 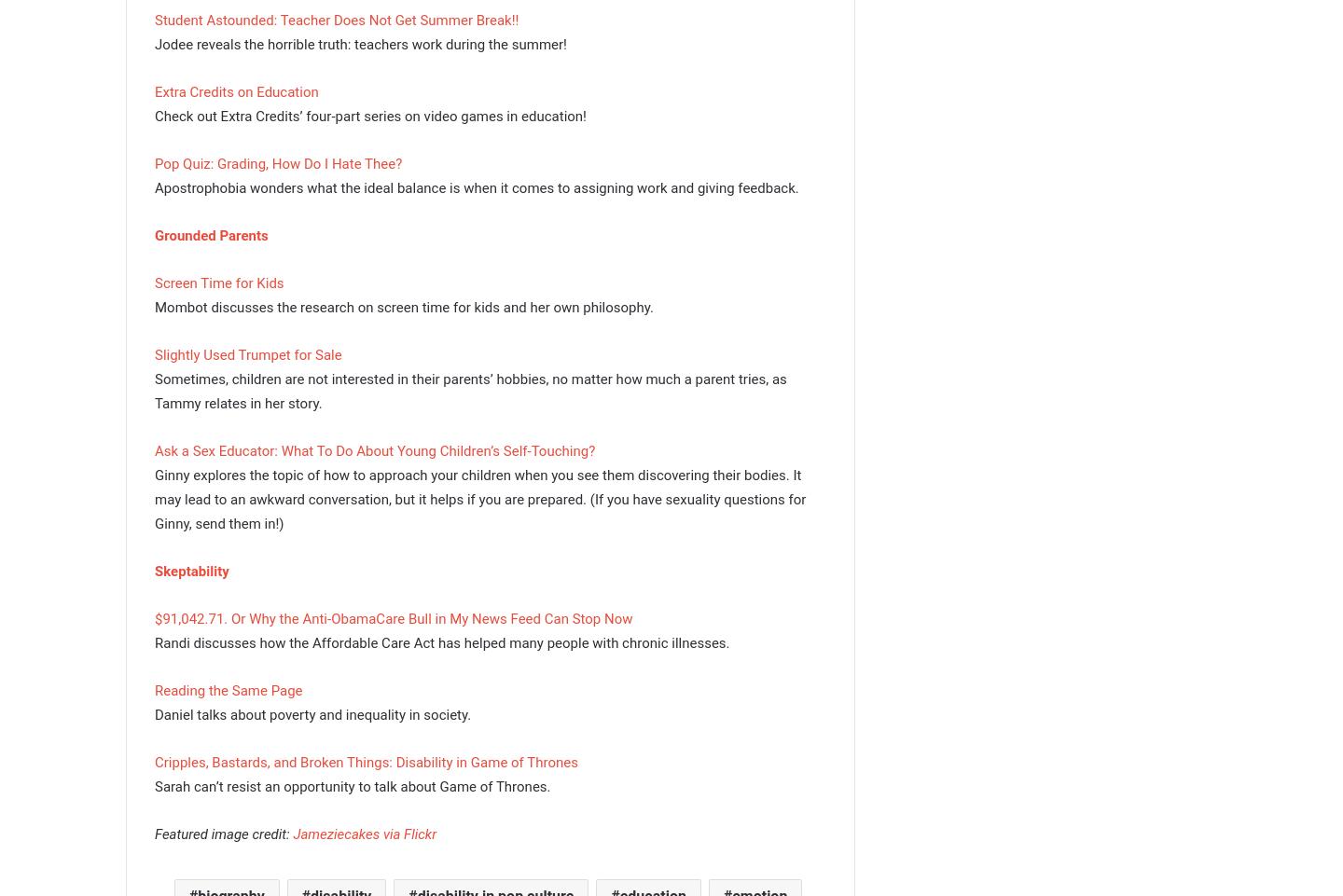 What do you see at coordinates (365, 762) in the screenshot?
I see `'Cripples, Bastards, and Broken Things: Disability in Game of Thrones'` at bounding box center [365, 762].